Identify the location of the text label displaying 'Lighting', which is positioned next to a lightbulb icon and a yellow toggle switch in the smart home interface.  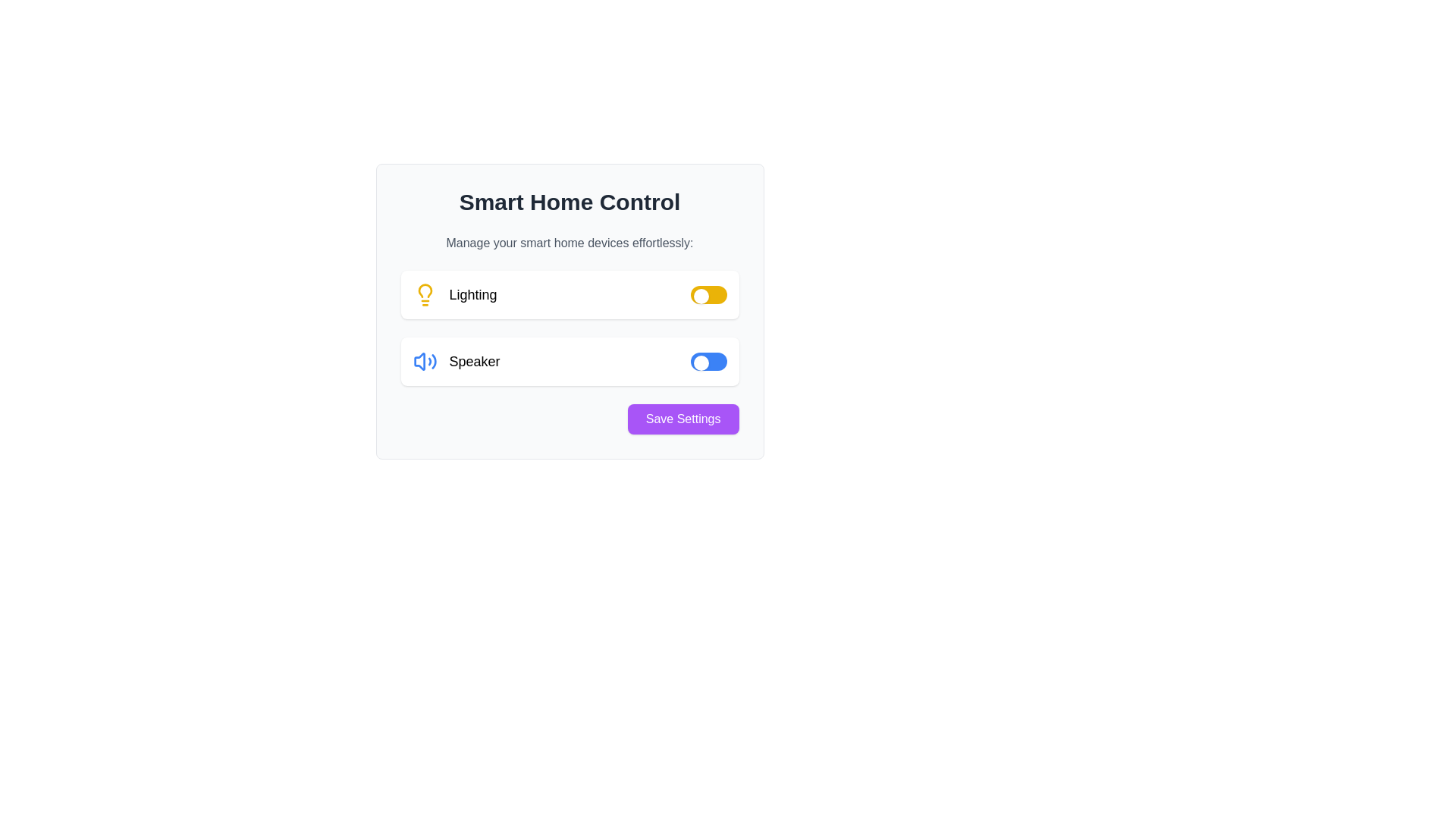
(472, 295).